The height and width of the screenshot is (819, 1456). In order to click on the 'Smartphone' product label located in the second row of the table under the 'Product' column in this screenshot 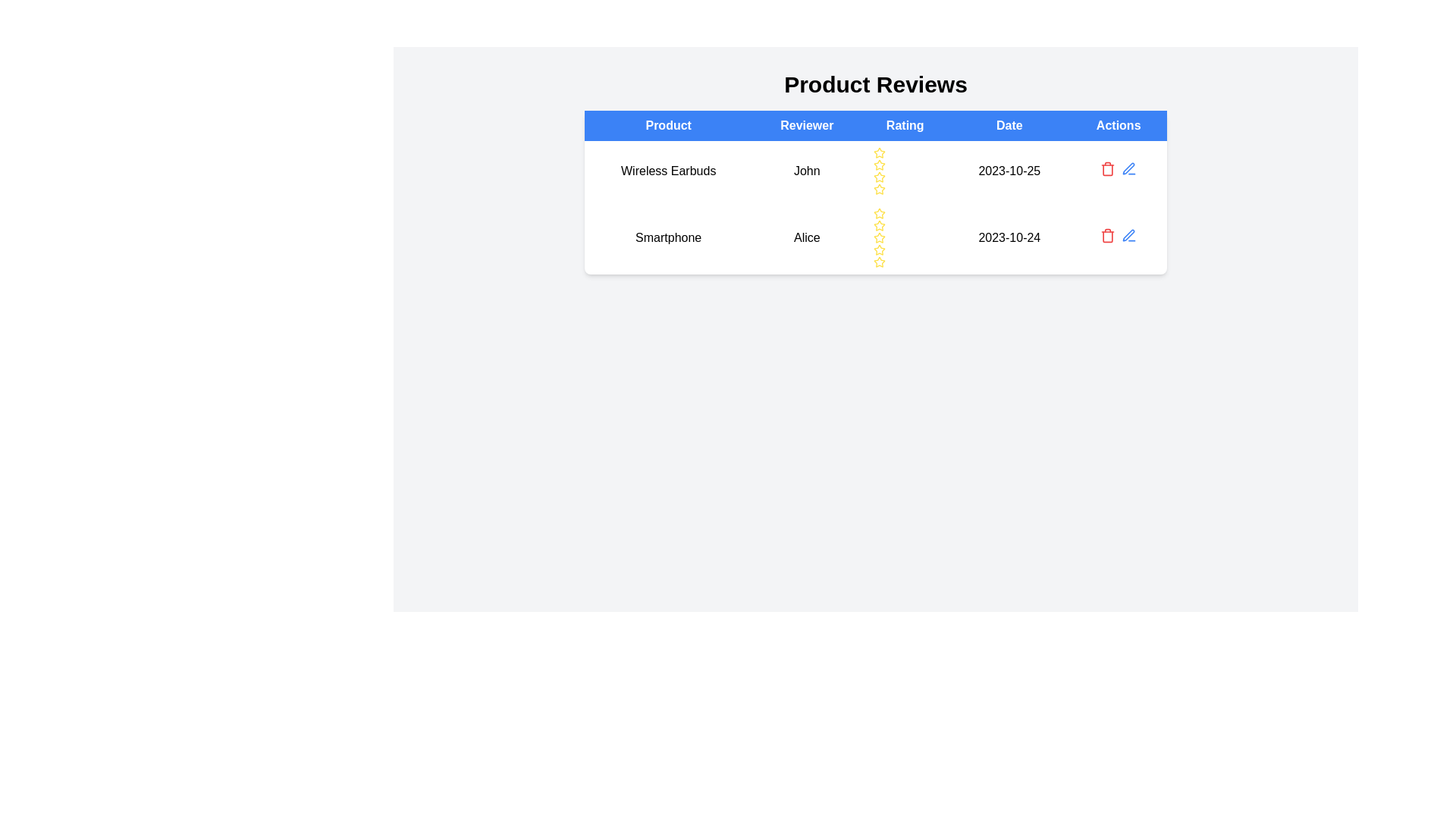, I will do `click(667, 237)`.